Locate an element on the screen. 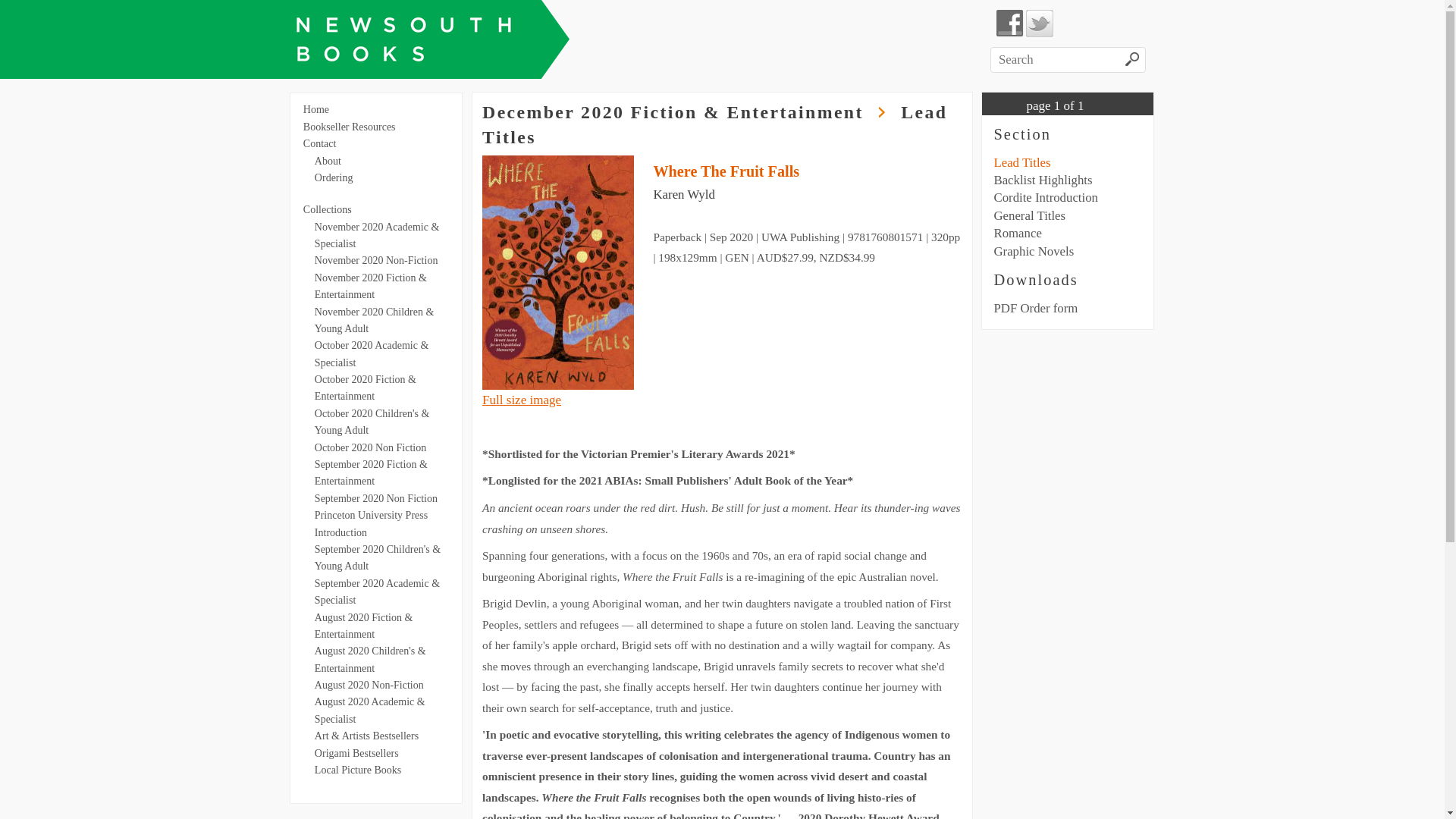 The width and height of the screenshot is (1456, 819). 'November 2020 Fiction & Entertainment' is located at coordinates (371, 286).